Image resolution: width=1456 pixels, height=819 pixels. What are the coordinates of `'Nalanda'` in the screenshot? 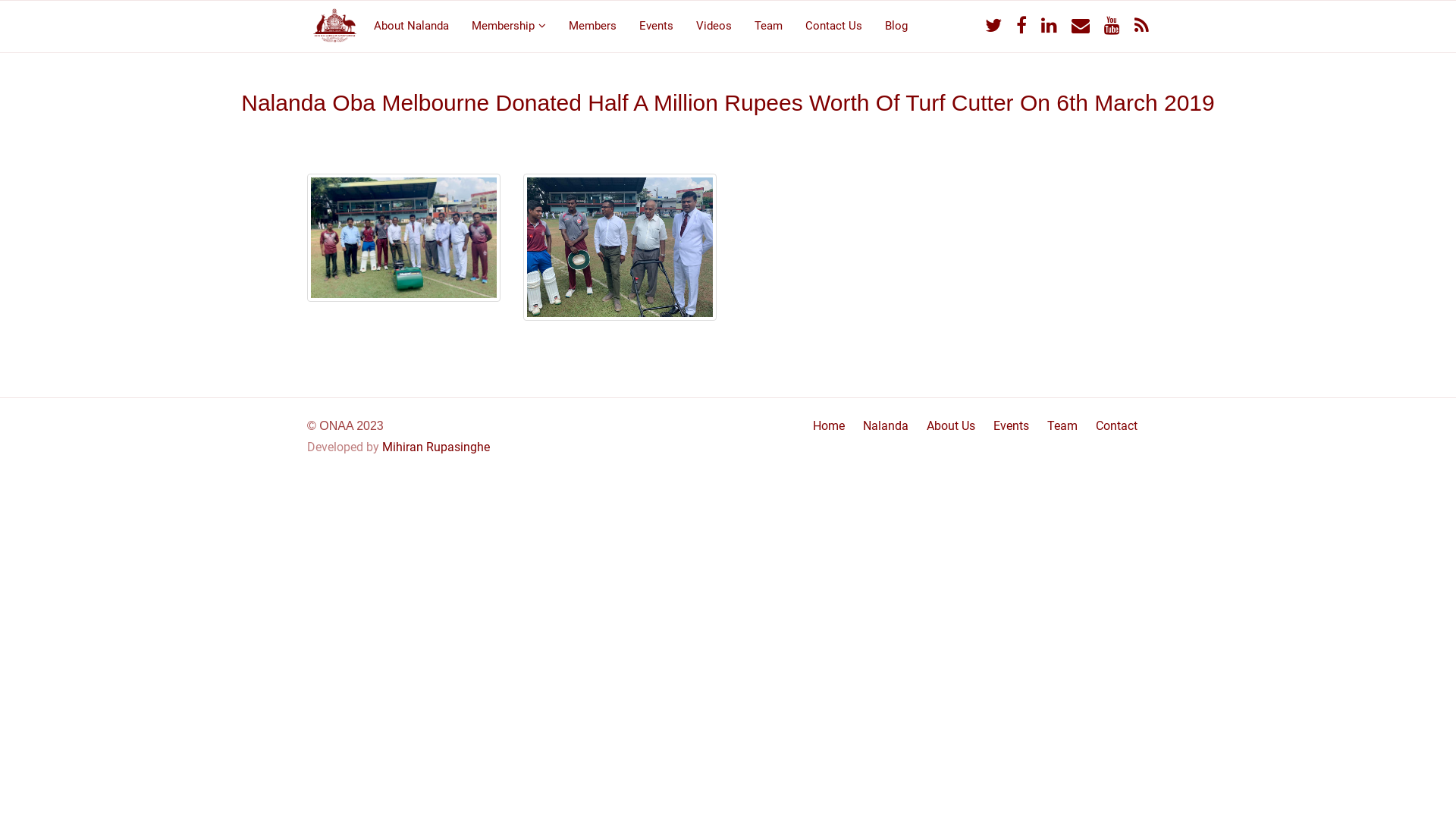 It's located at (885, 425).